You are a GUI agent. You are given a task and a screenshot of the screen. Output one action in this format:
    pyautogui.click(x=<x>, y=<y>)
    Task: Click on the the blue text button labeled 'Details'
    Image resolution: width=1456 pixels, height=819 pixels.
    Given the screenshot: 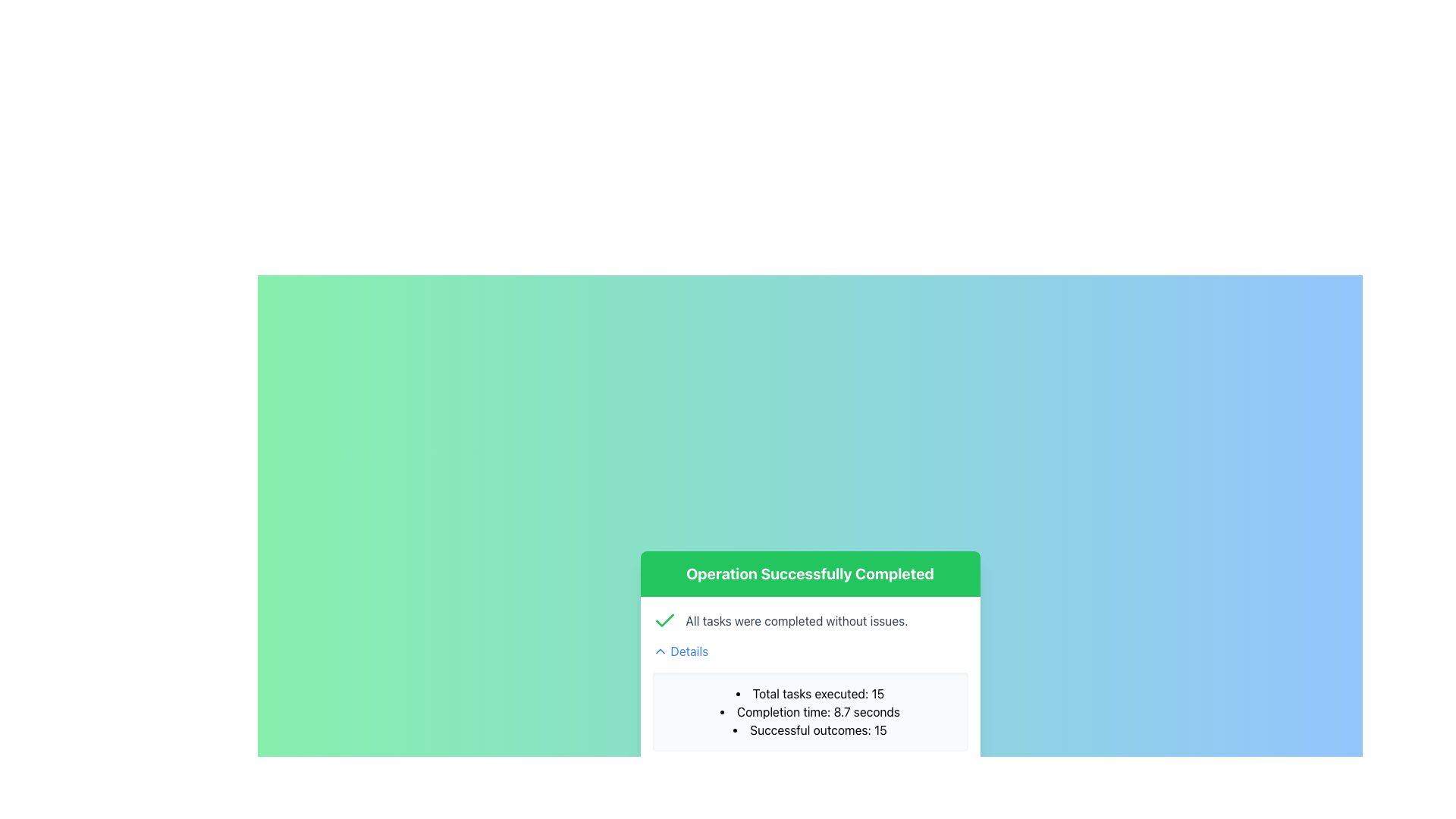 What is the action you would take?
    pyautogui.click(x=679, y=651)
    